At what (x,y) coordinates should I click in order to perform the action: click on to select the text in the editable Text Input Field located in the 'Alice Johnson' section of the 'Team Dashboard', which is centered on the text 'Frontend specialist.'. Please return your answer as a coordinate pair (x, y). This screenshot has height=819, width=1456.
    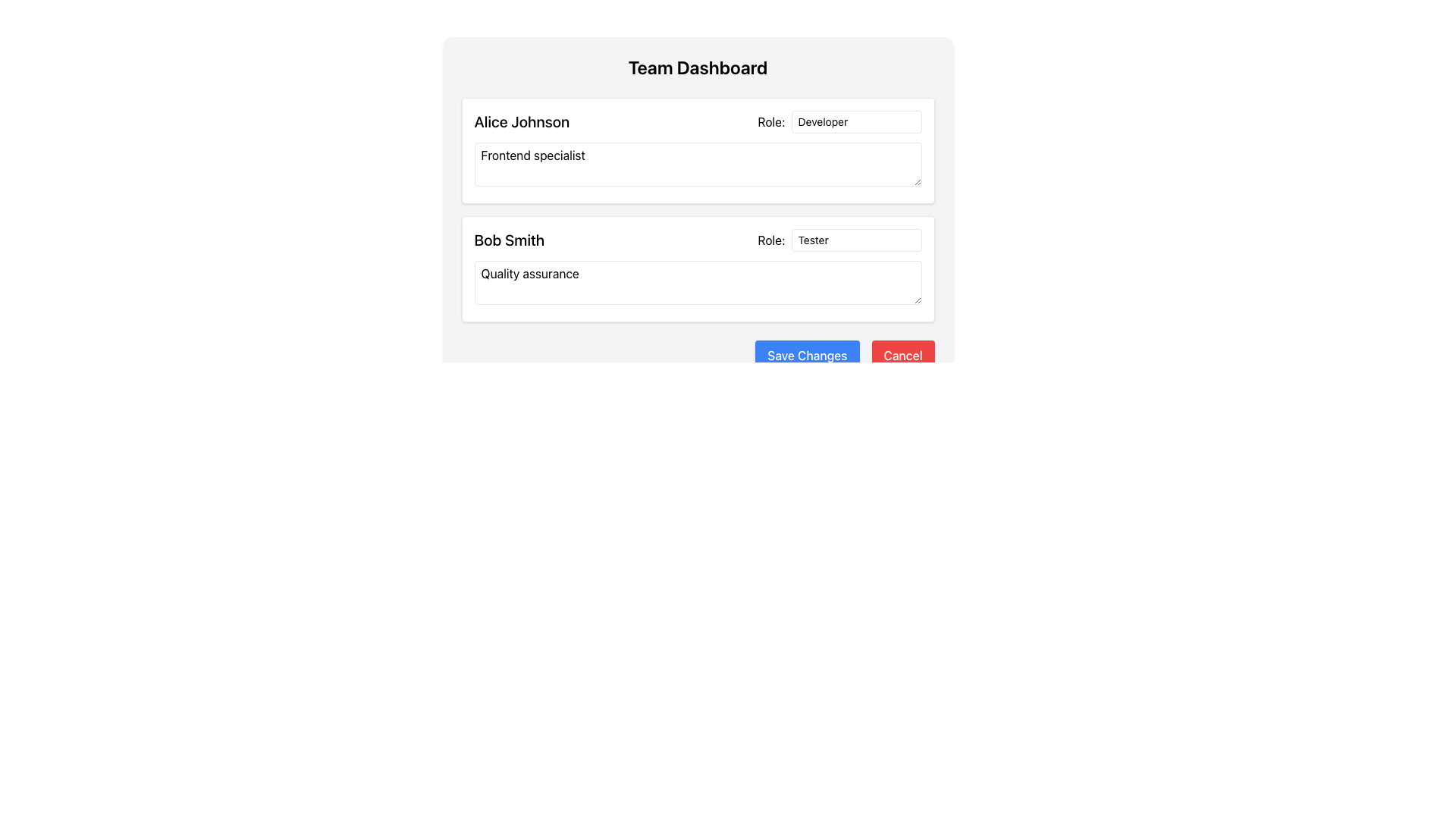
    Looking at the image, I should click on (697, 164).